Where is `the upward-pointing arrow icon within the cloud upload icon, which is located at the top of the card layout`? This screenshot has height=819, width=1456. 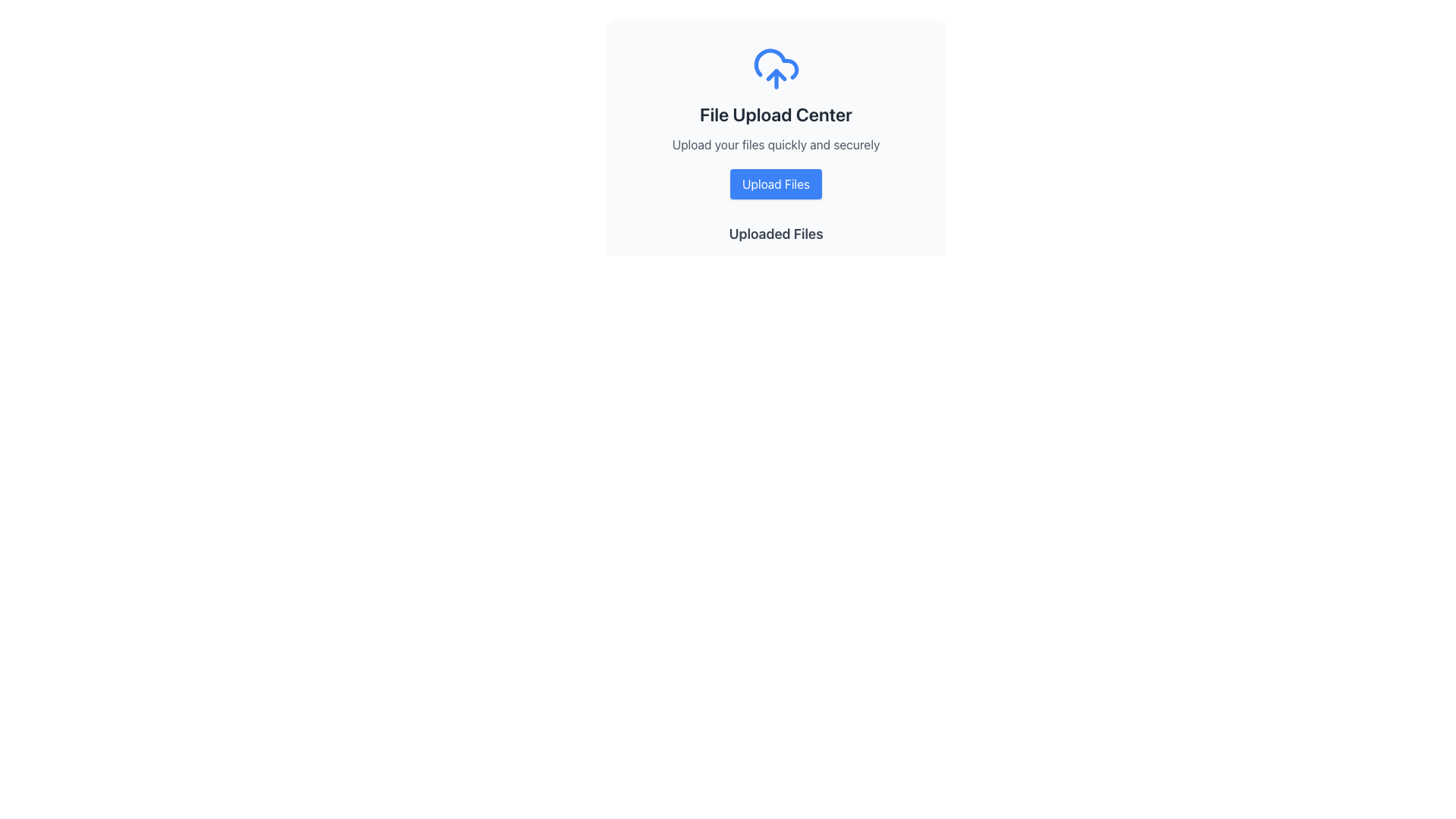 the upward-pointing arrow icon within the cloud upload icon, which is located at the top of the card layout is located at coordinates (776, 75).